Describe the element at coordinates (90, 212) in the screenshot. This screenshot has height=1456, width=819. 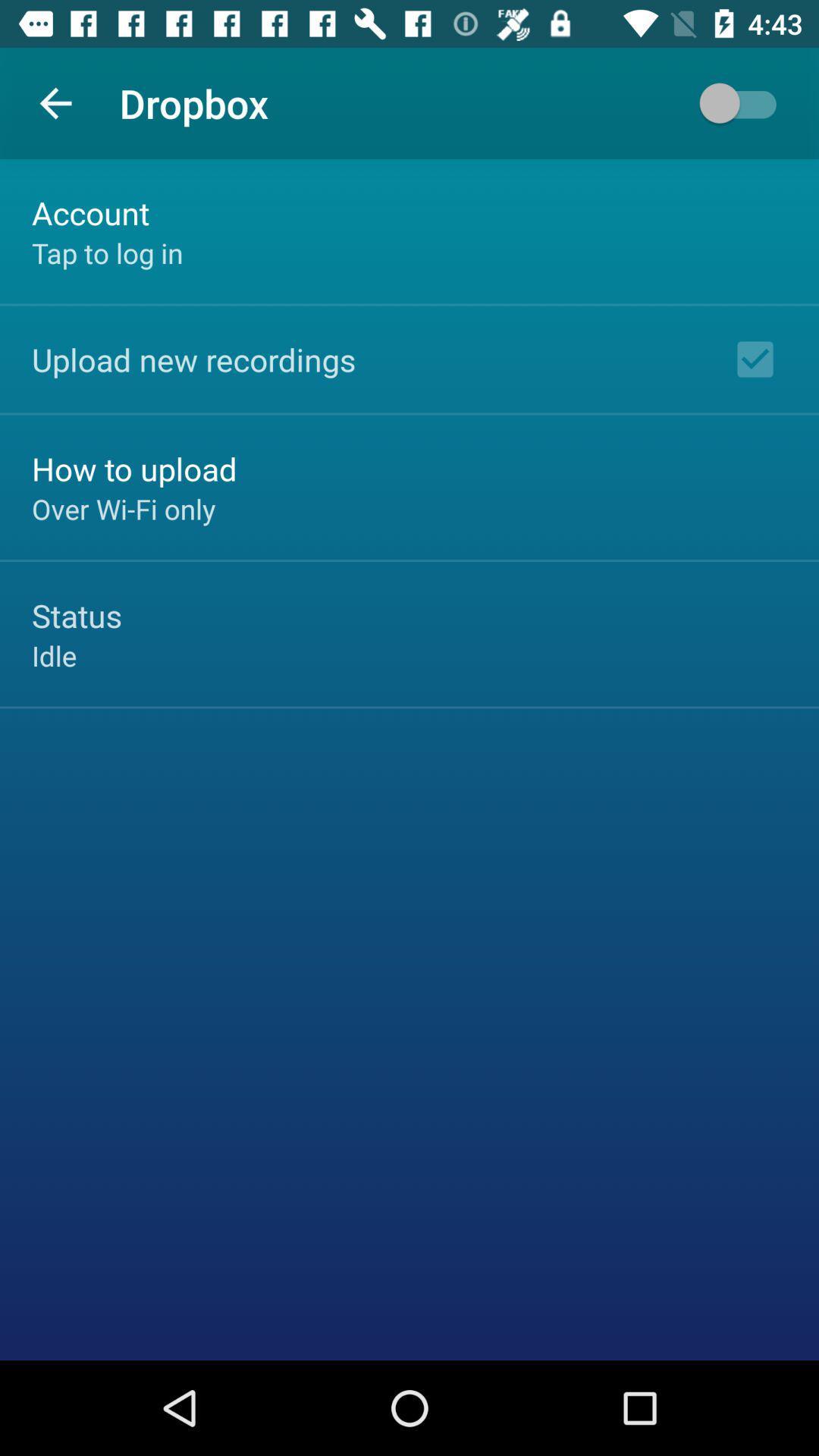
I see `account item` at that location.